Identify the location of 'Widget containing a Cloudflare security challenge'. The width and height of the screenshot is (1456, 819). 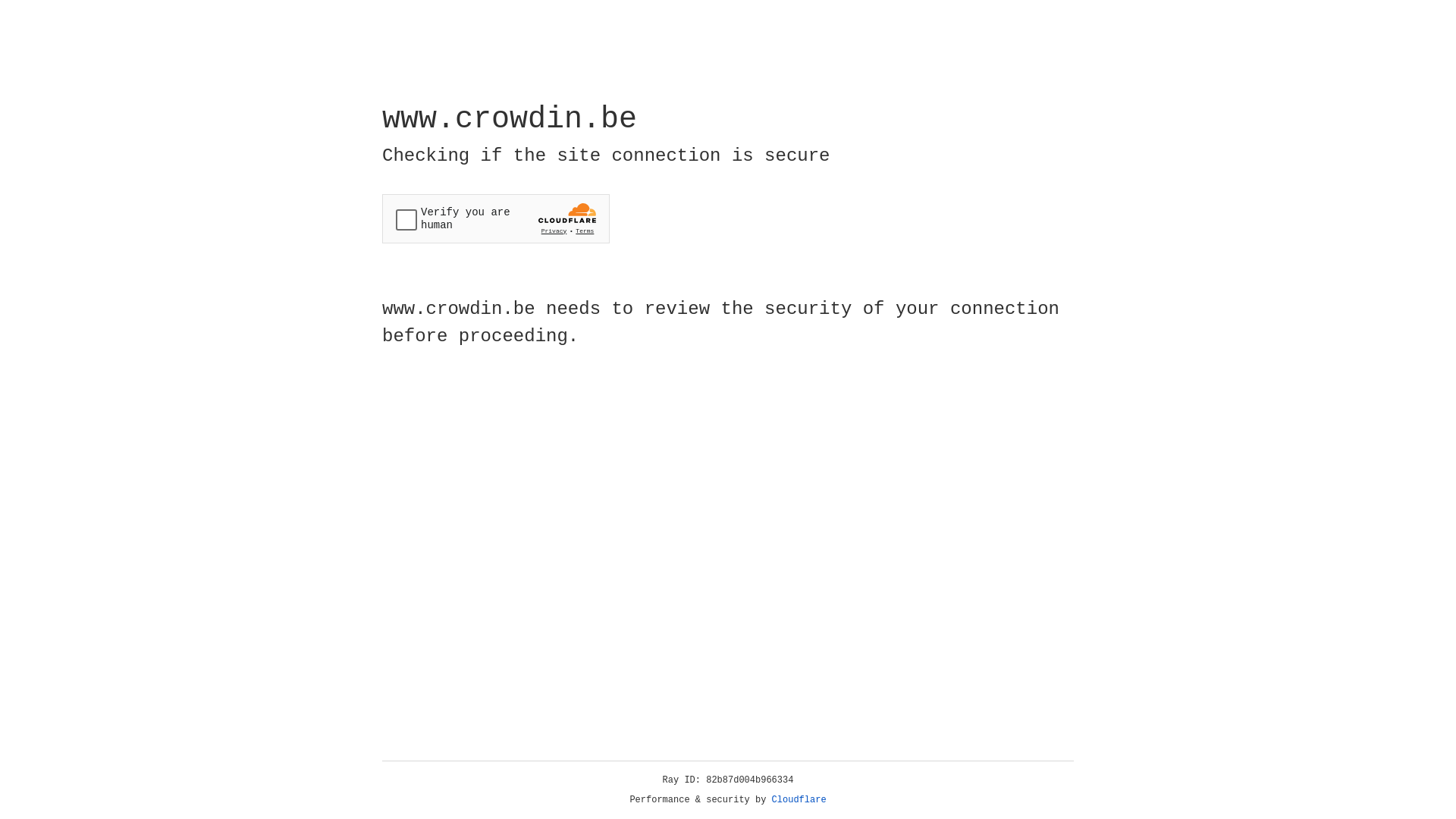
(495, 218).